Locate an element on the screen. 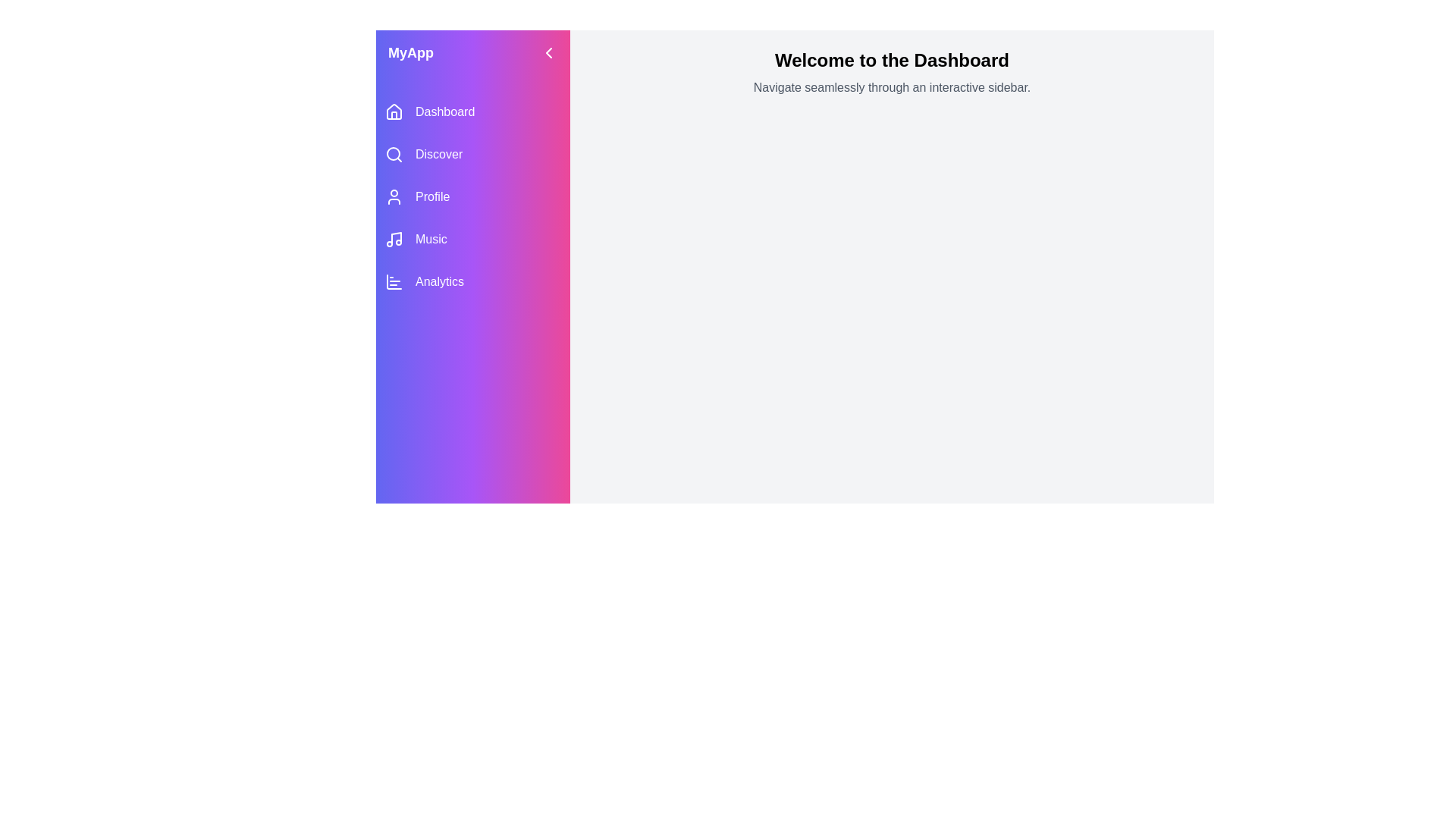 The width and height of the screenshot is (1456, 819). the toggle button in the header of the sidebar to toggle the drawer open or closed is located at coordinates (548, 52).